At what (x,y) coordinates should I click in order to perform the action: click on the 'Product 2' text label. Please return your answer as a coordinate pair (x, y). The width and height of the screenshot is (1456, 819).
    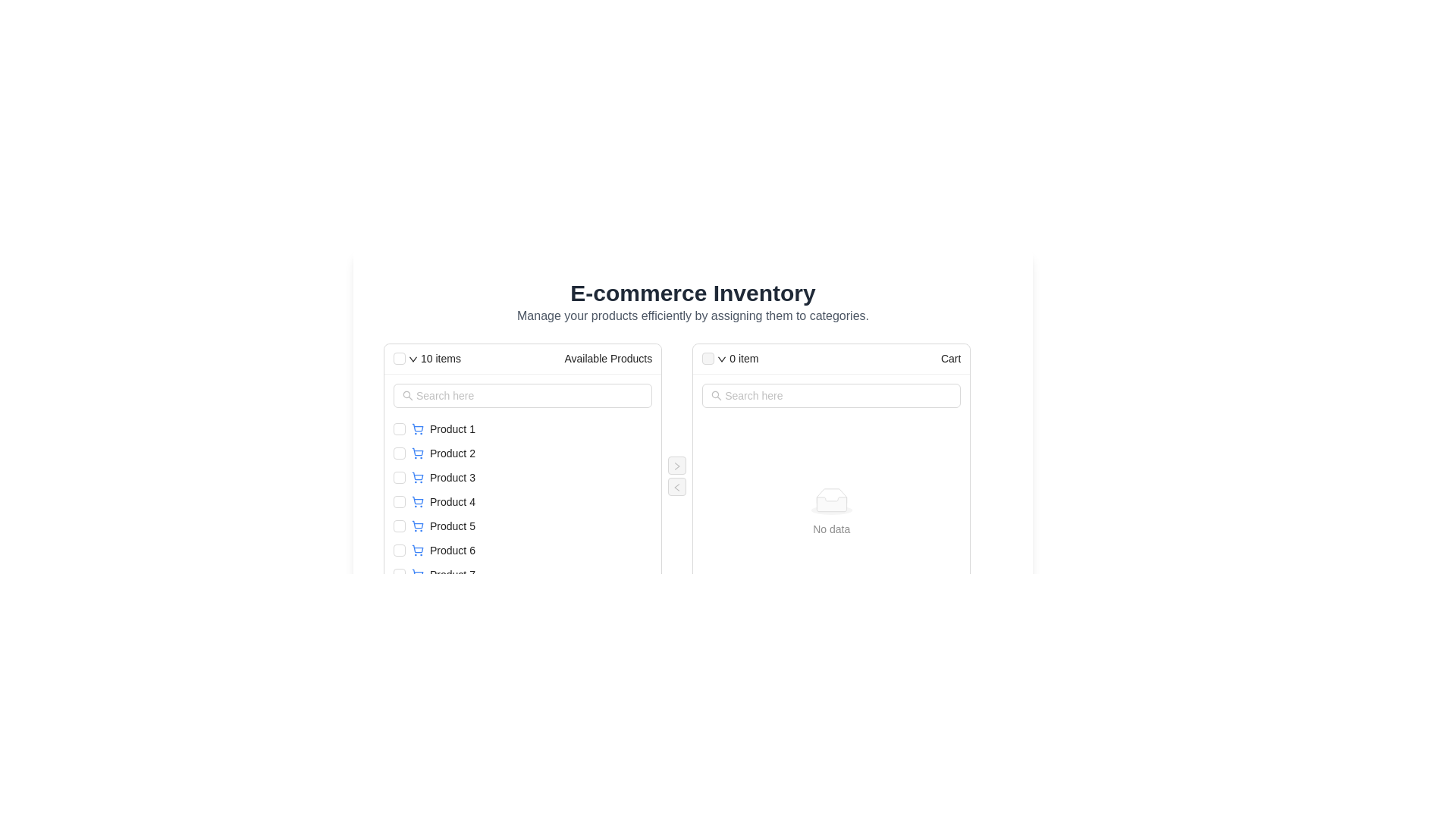
    Looking at the image, I should click on (451, 452).